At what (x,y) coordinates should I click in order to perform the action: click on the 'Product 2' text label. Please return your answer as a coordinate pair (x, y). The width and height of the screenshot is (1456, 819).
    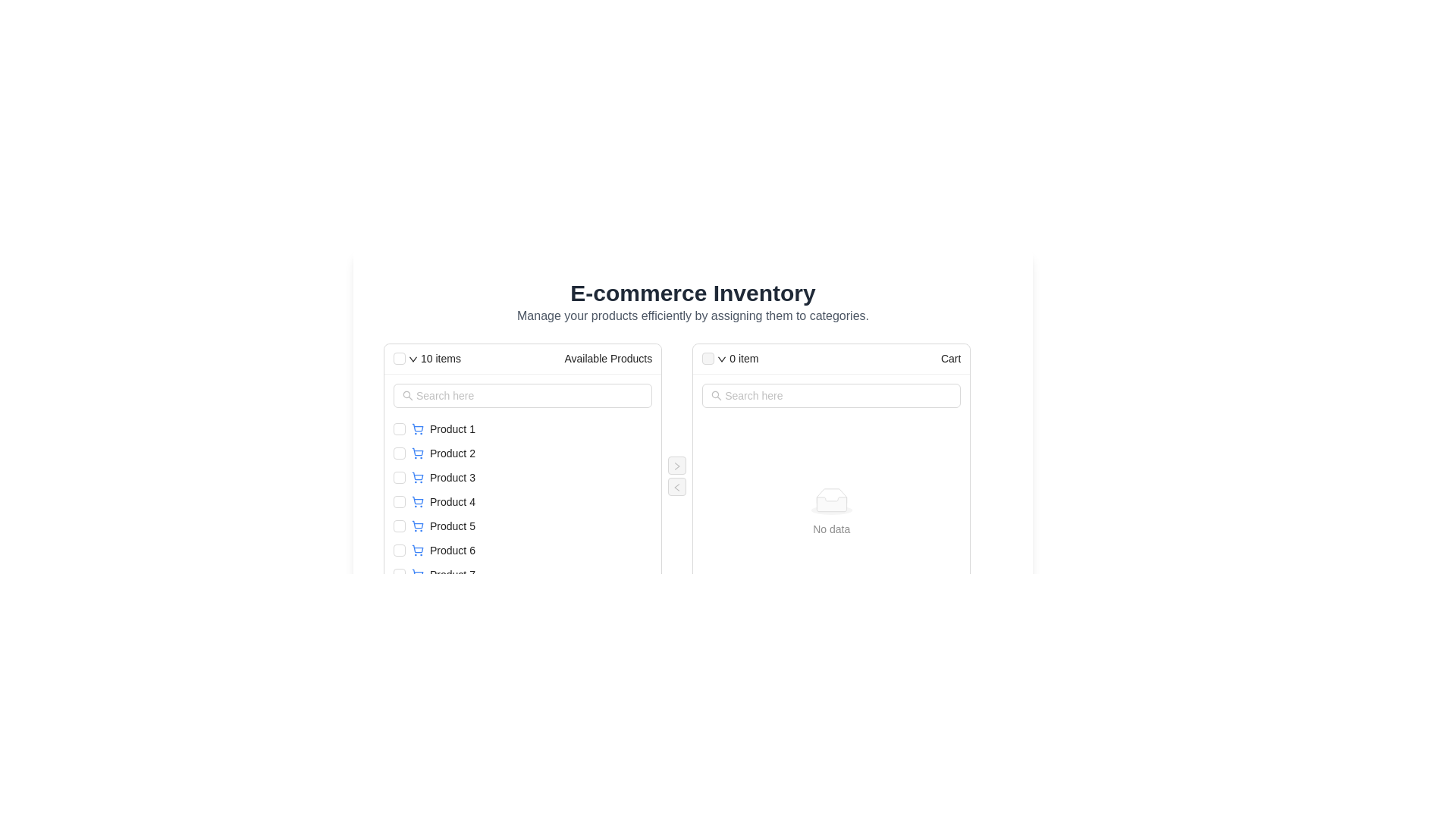
    Looking at the image, I should click on (451, 452).